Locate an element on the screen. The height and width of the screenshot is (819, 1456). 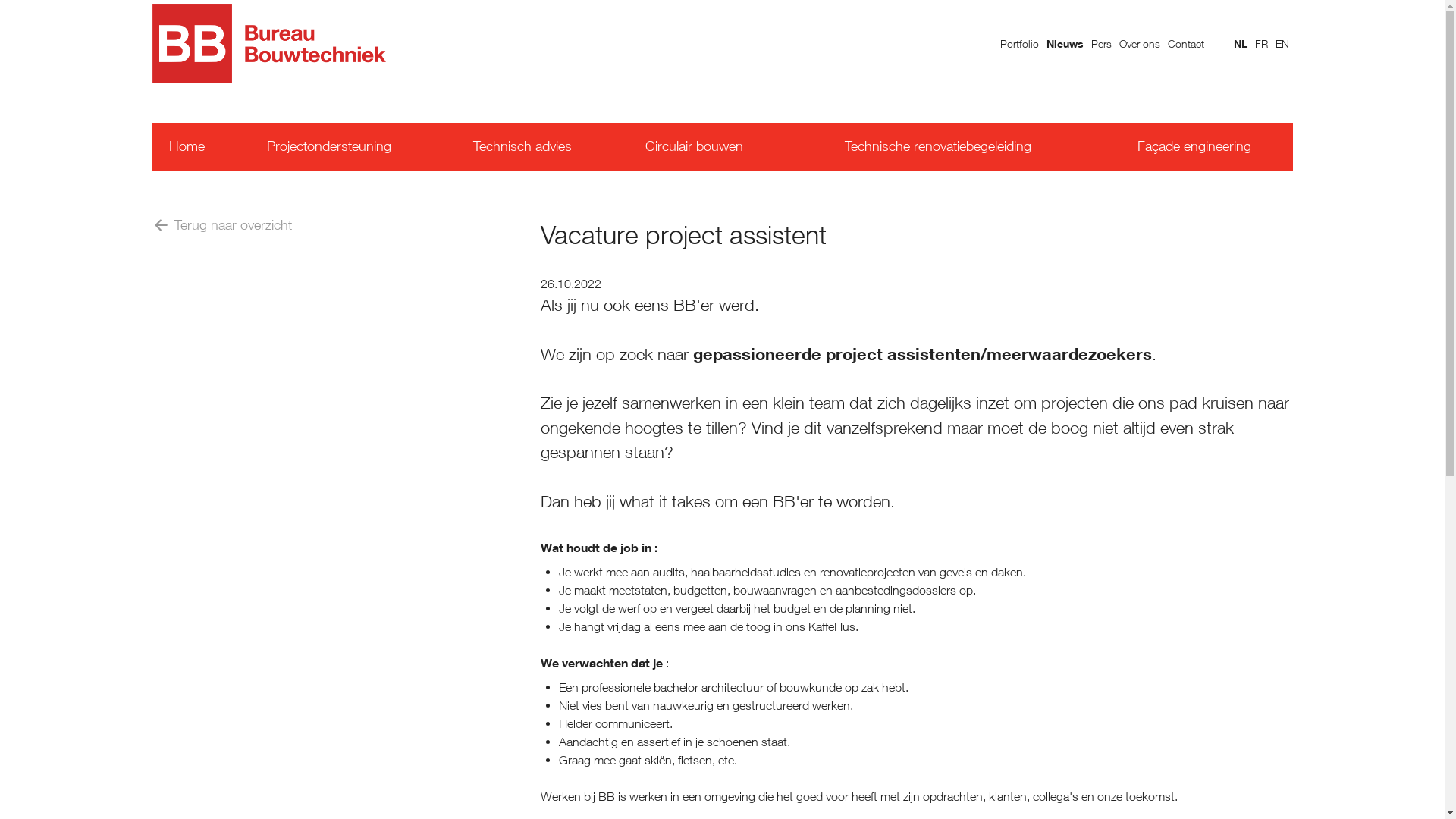
'EN' is located at coordinates (1280, 42).